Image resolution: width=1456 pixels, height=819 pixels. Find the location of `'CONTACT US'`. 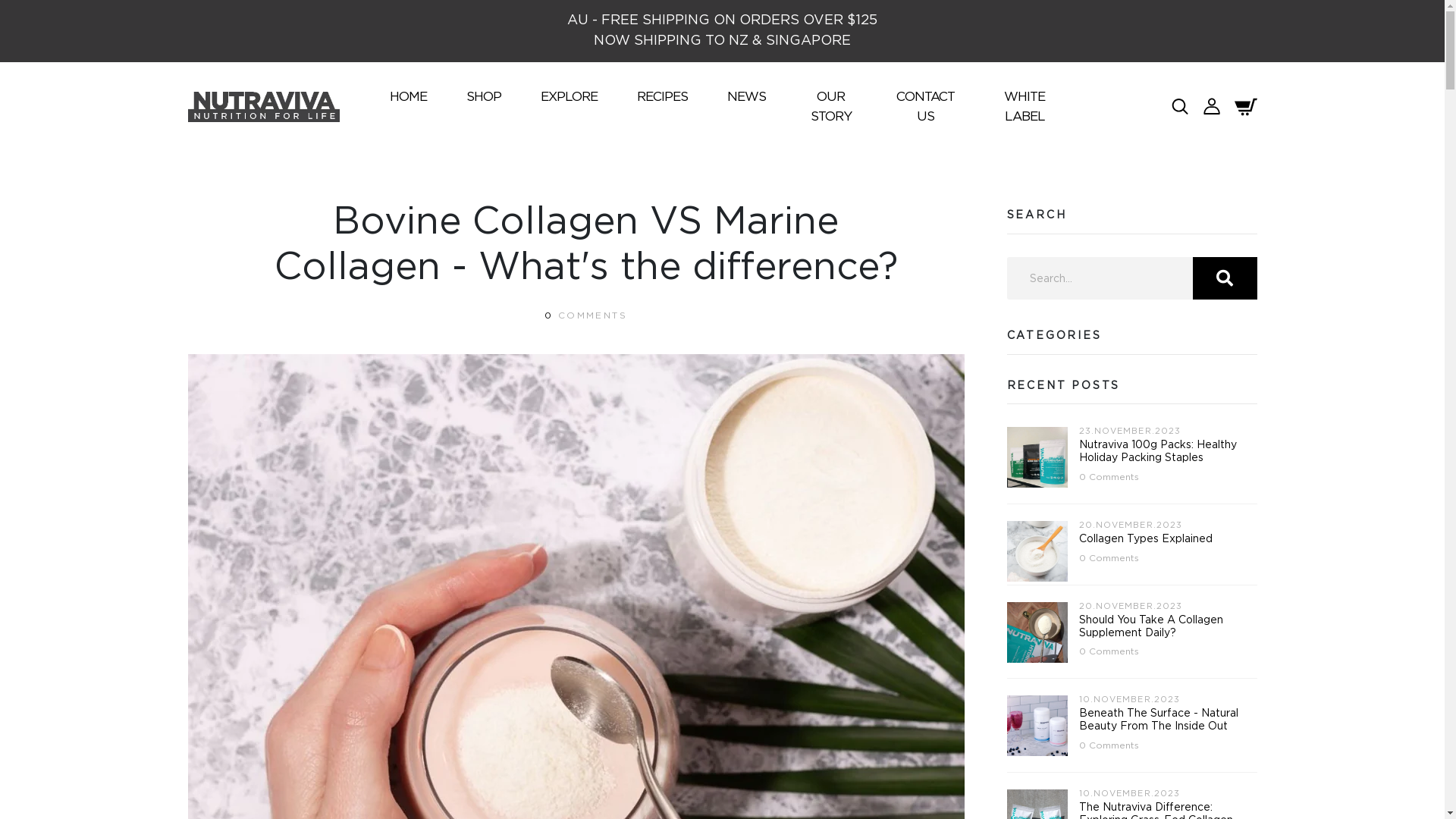

'CONTACT US' is located at coordinates (890, 105).